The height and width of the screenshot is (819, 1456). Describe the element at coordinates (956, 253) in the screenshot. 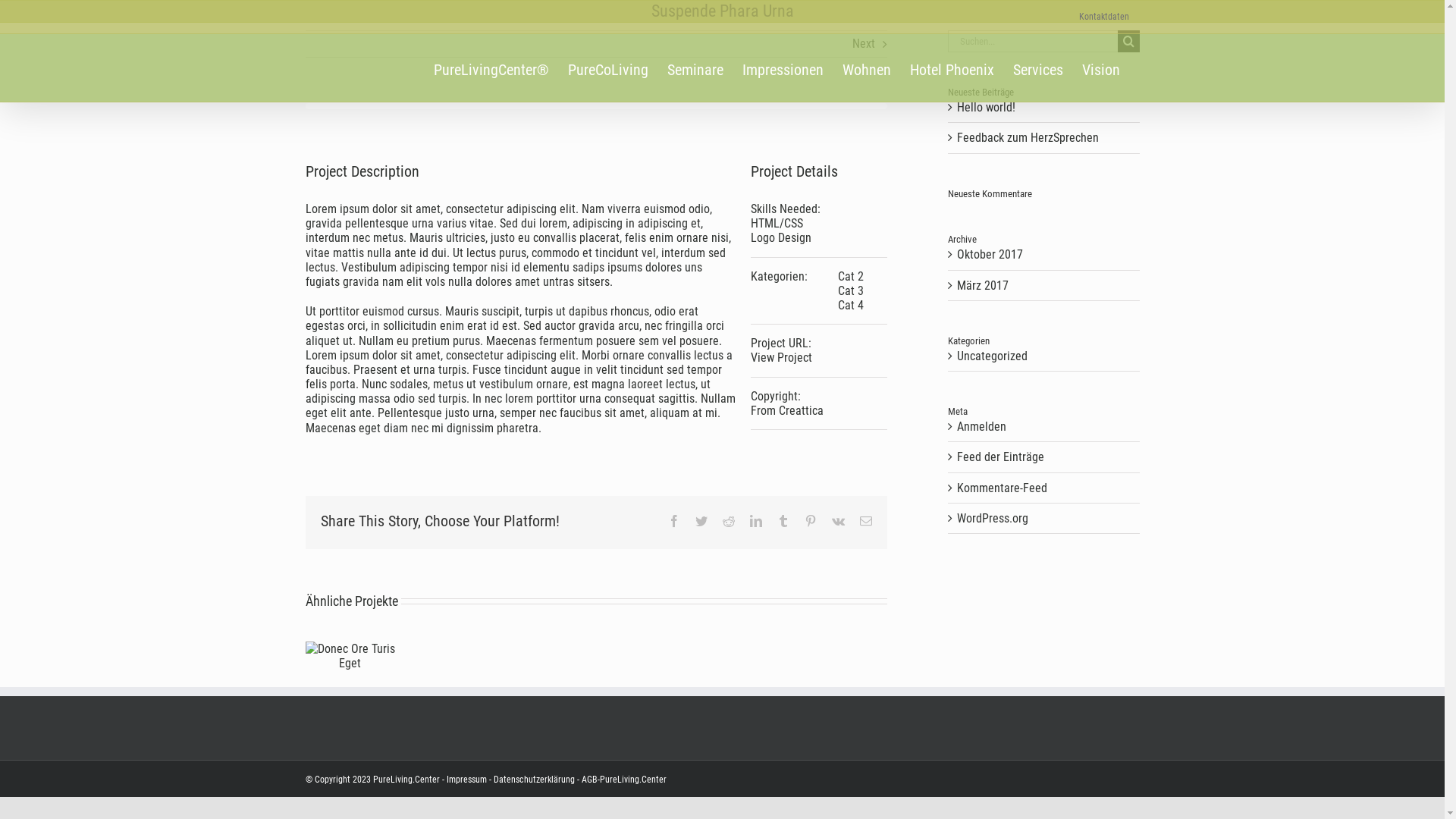

I see `'Oktober 2017'` at that location.